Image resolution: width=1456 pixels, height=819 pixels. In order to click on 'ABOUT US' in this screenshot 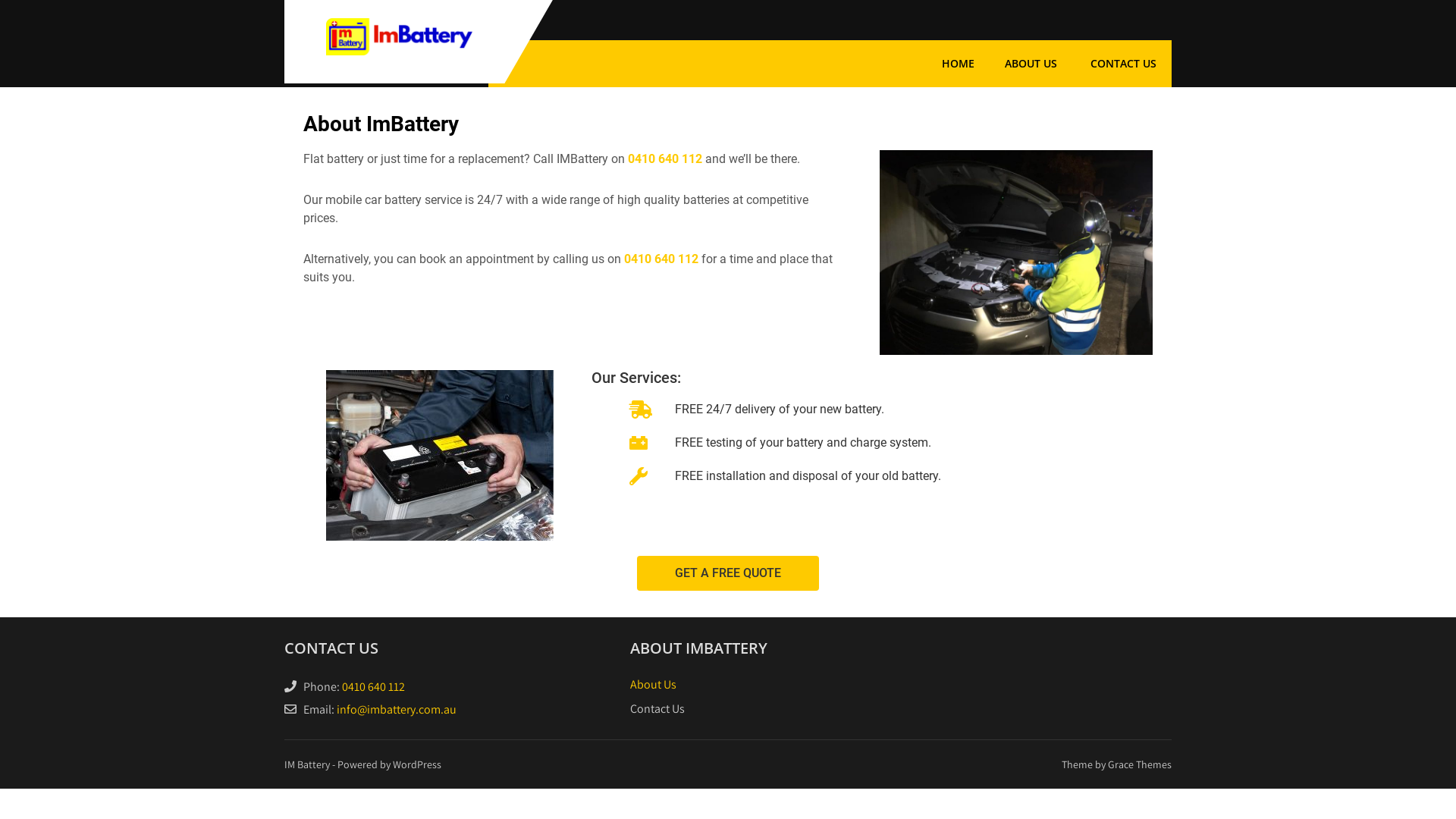, I will do `click(1031, 63)`.